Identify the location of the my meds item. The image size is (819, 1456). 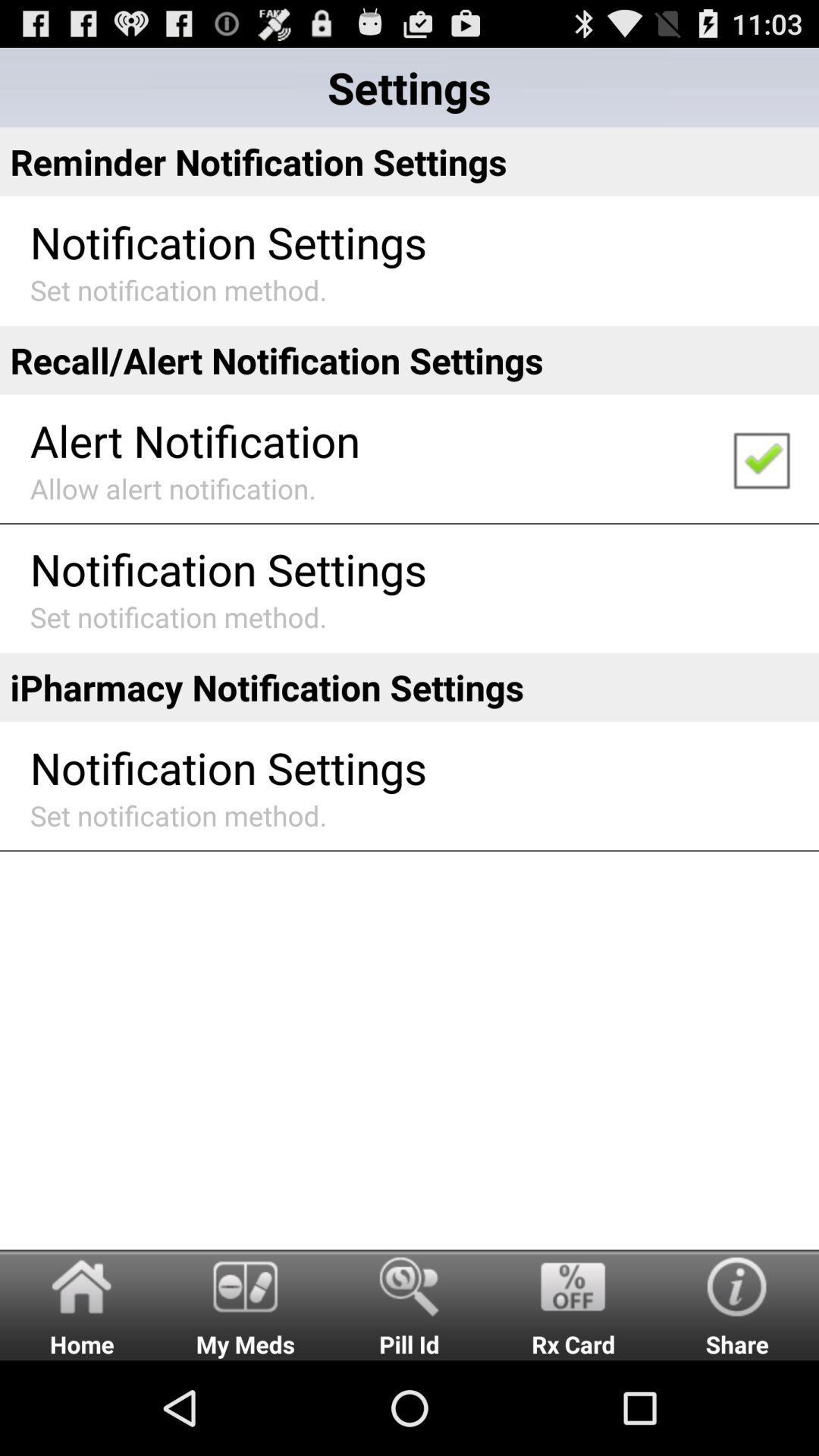
(245, 1304).